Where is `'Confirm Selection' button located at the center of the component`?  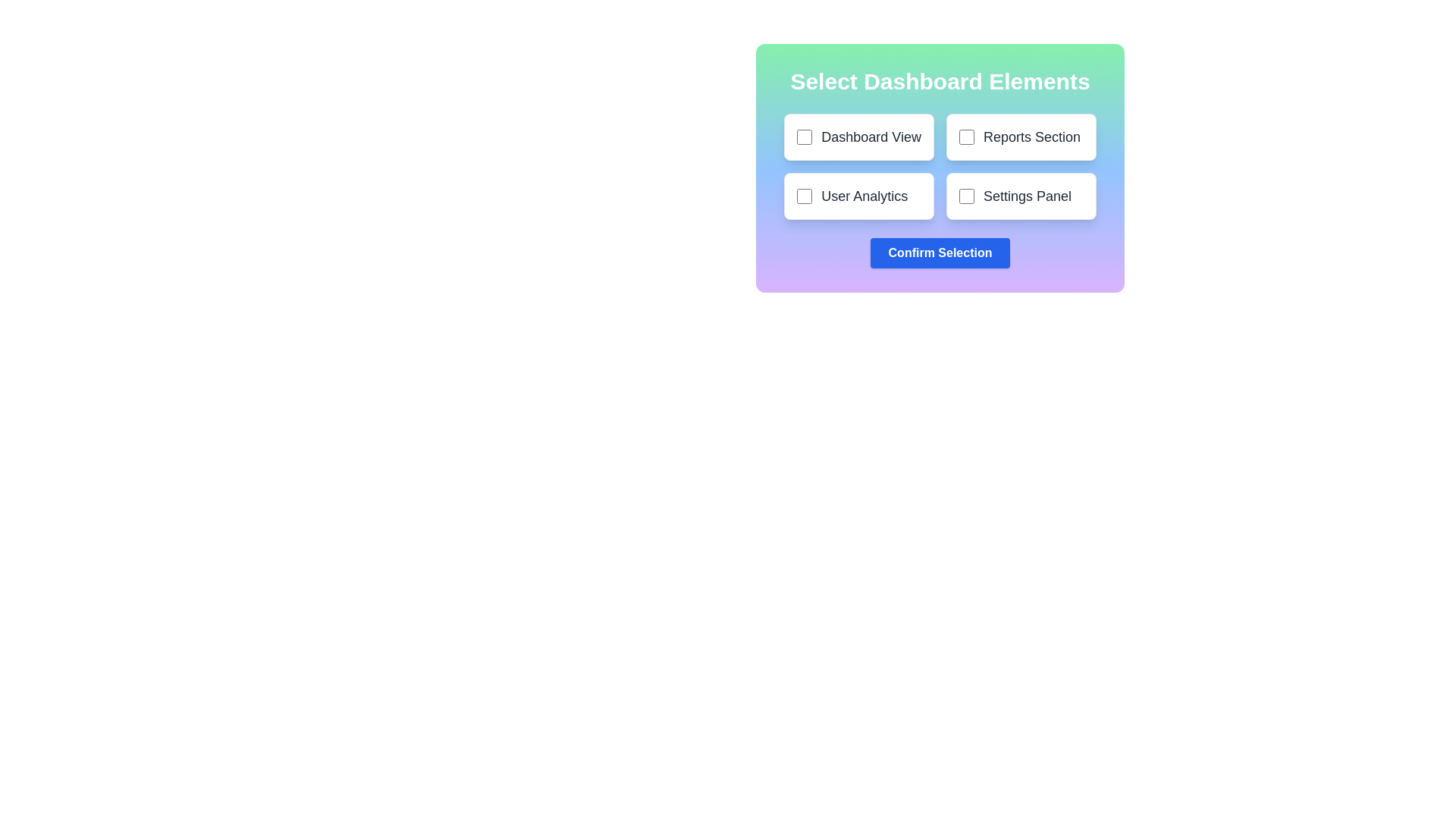
'Confirm Selection' button located at the center of the component is located at coordinates (939, 253).